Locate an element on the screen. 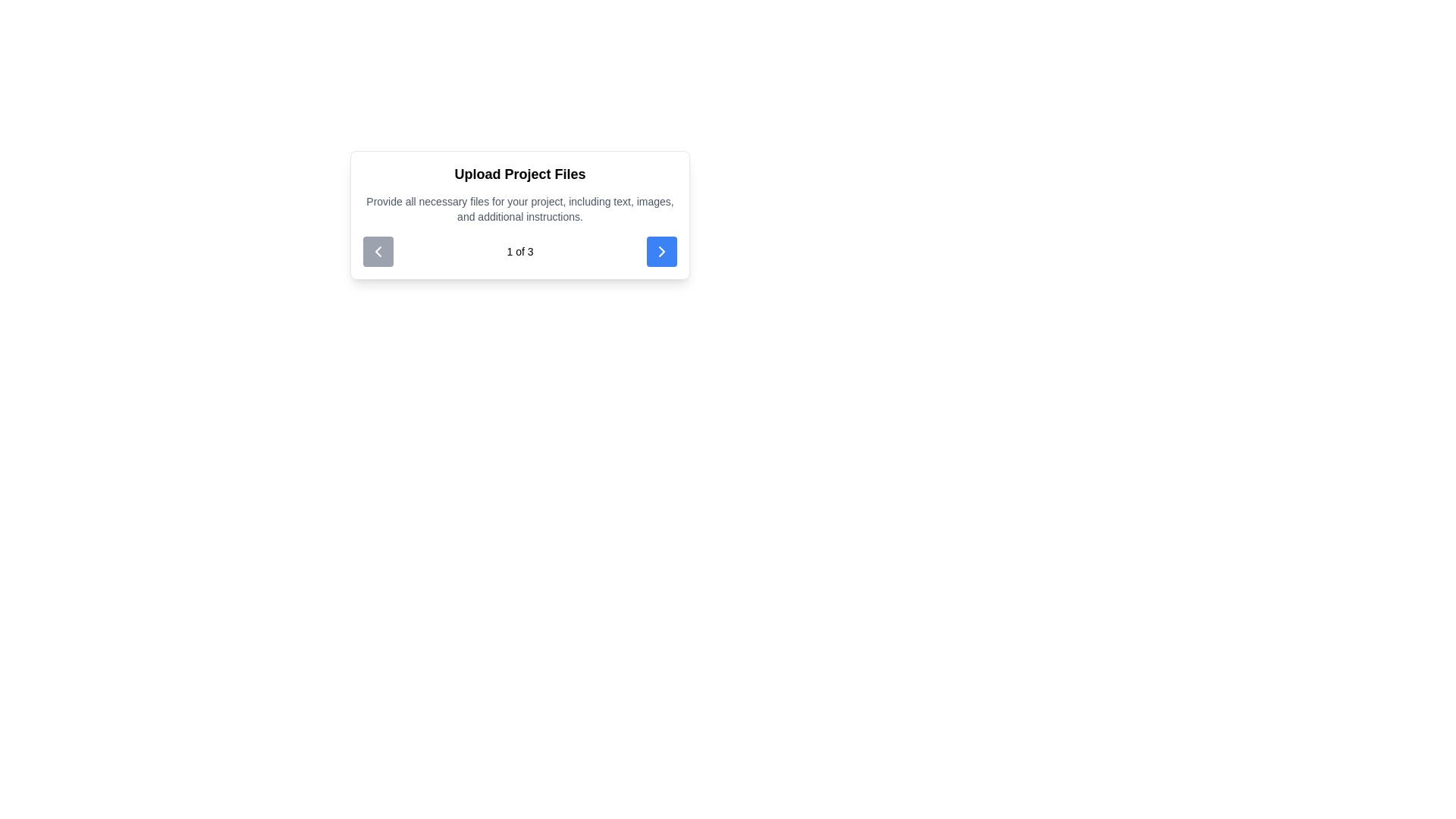  the leftward facing chevron button with a blue background located on the left-hand side of the pagination control is located at coordinates (378, 250).